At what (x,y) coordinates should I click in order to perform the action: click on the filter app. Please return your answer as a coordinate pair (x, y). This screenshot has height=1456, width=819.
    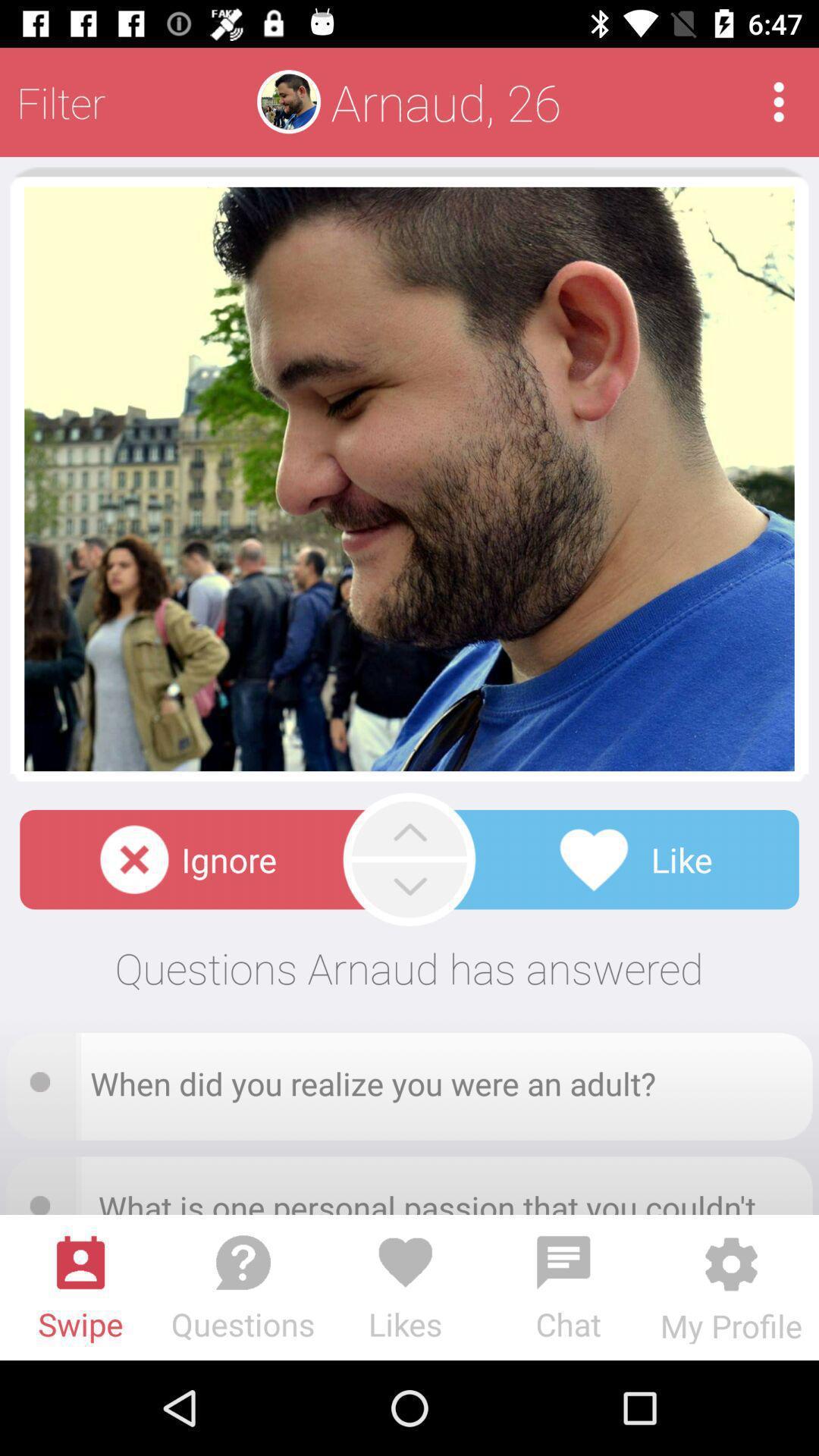
    Looking at the image, I should click on (60, 101).